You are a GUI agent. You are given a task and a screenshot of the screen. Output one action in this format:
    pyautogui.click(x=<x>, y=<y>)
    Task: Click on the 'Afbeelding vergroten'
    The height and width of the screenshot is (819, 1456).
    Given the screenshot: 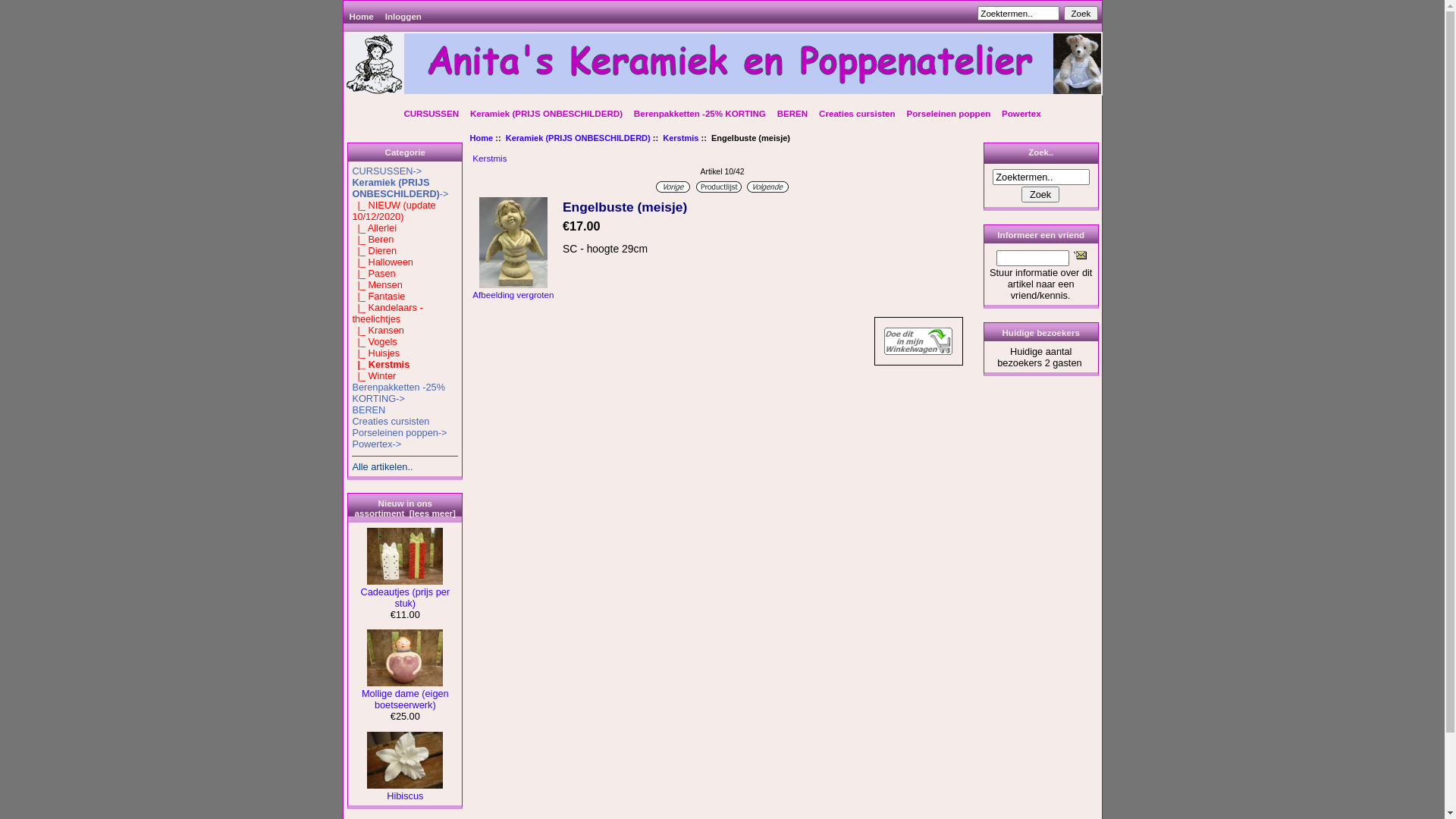 What is the action you would take?
    pyautogui.click(x=513, y=290)
    